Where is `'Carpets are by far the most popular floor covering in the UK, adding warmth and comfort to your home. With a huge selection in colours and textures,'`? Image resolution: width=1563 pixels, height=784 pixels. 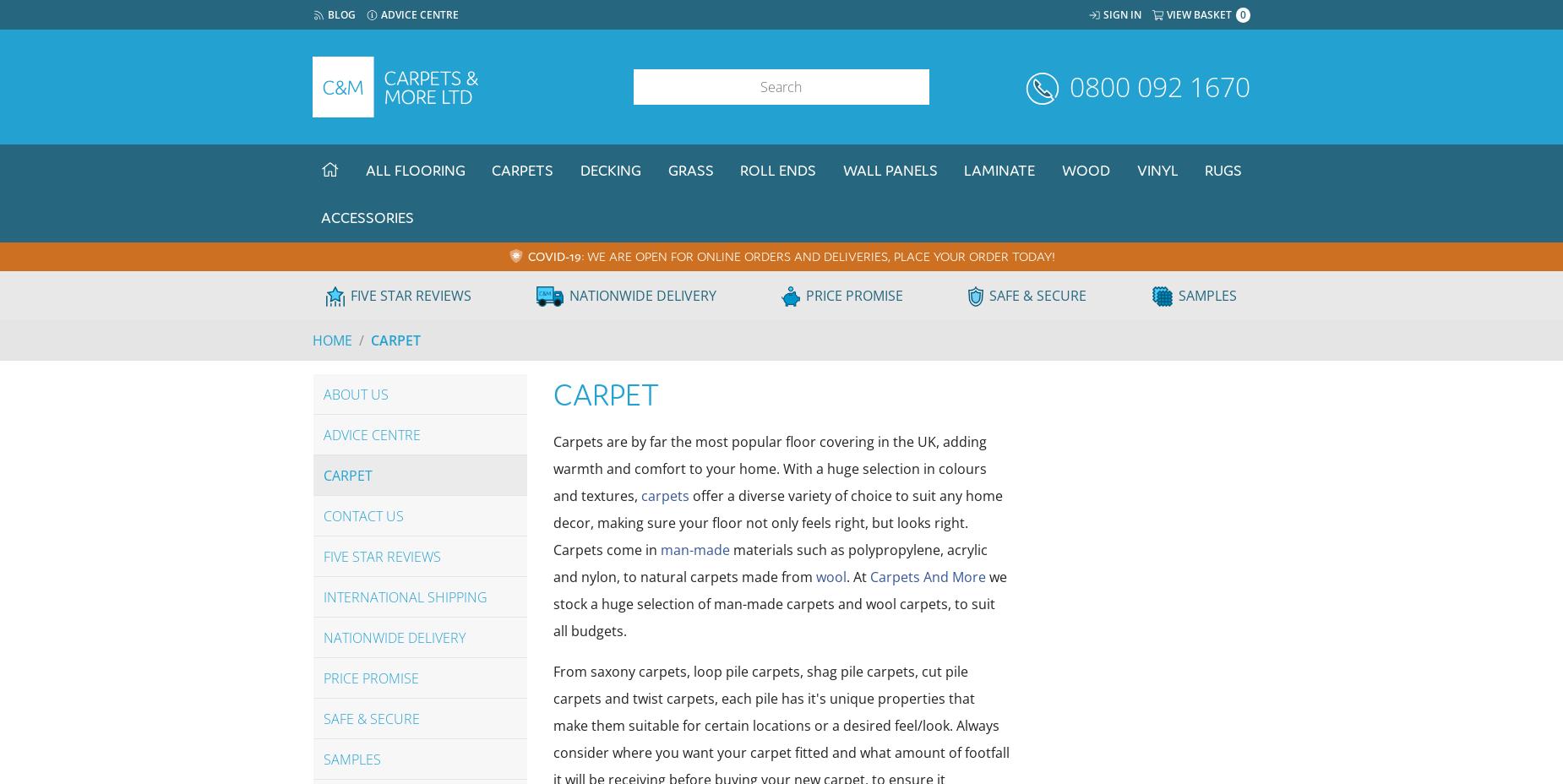 'Carpets are by far the most popular floor covering in the UK, adding warmth and comfort to your home. With a huge selection in colours and textures,' is located at coordinates (770, 468).